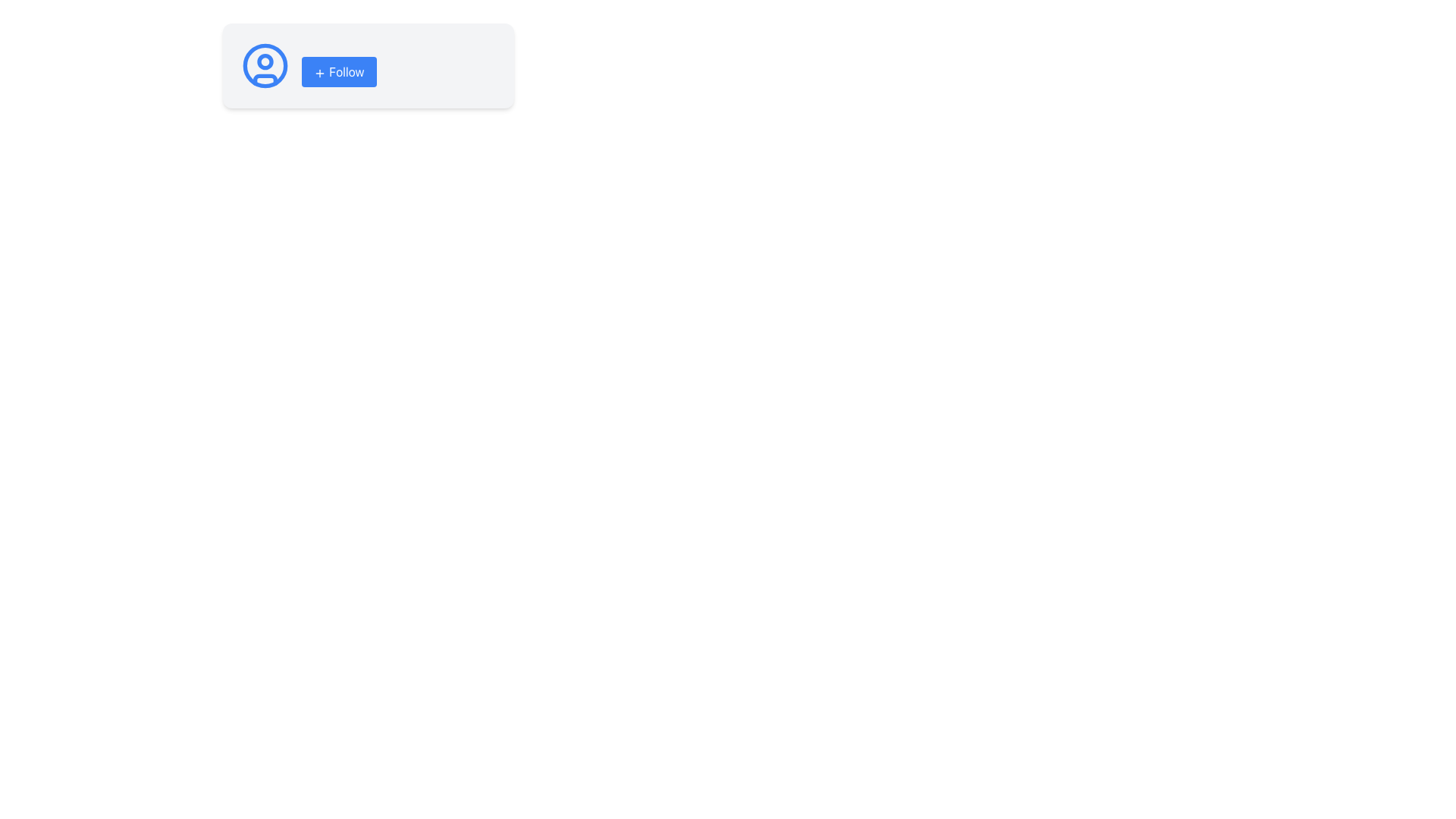 This screenshot has height=819, width=1456. I want to click on the icon located within the blue 'Follow' button, positioned to the left of the 'Follow' text label, so click(319, 73).